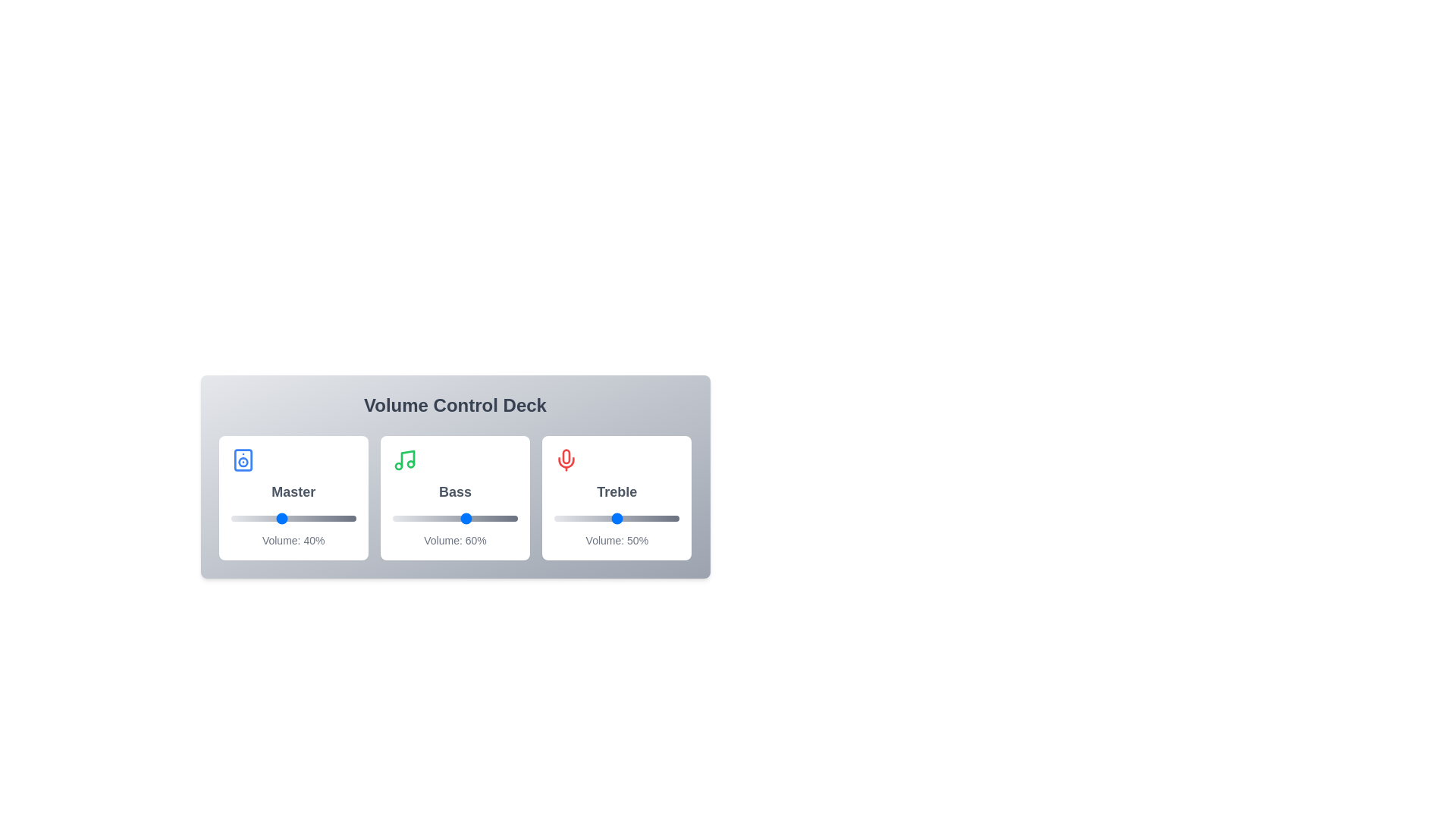  What do you see at coordinates (588, 517) in the screenshot?
I see `the Treble volume slider to 28%` at bounding box center [588, 517].